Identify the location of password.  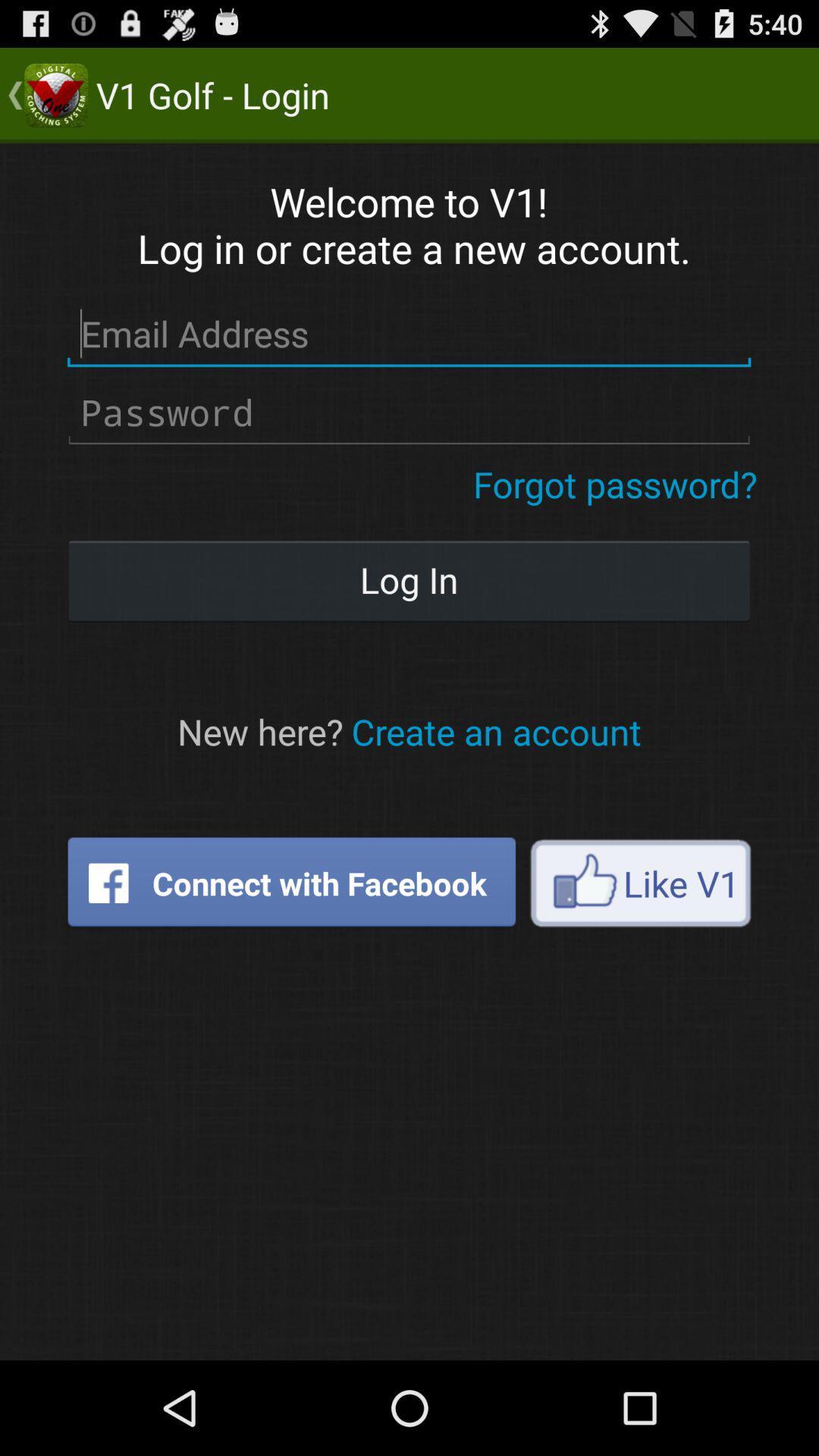
(408, 413).